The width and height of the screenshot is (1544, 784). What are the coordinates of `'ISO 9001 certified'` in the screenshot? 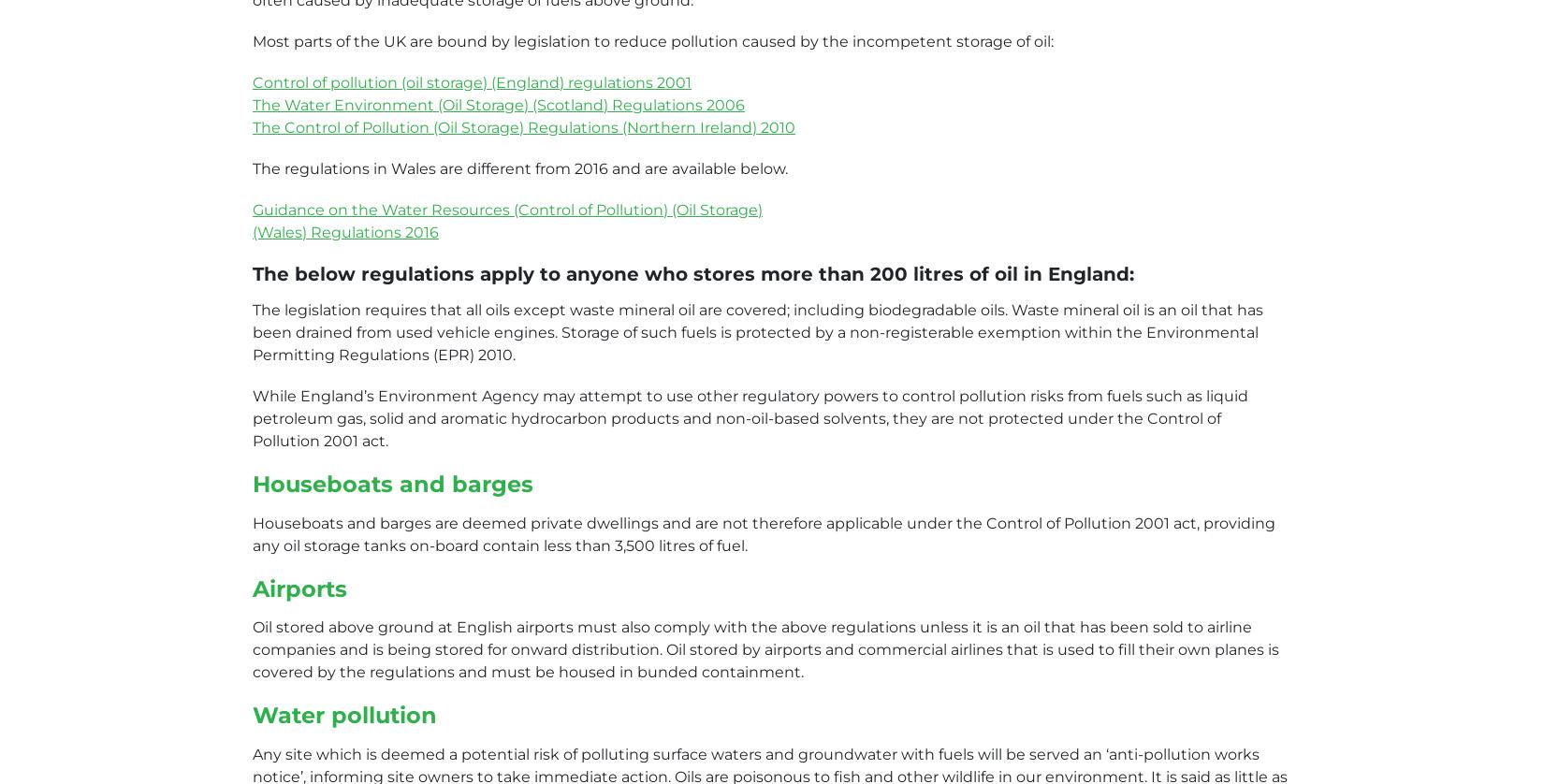 It's located at (252, 339).